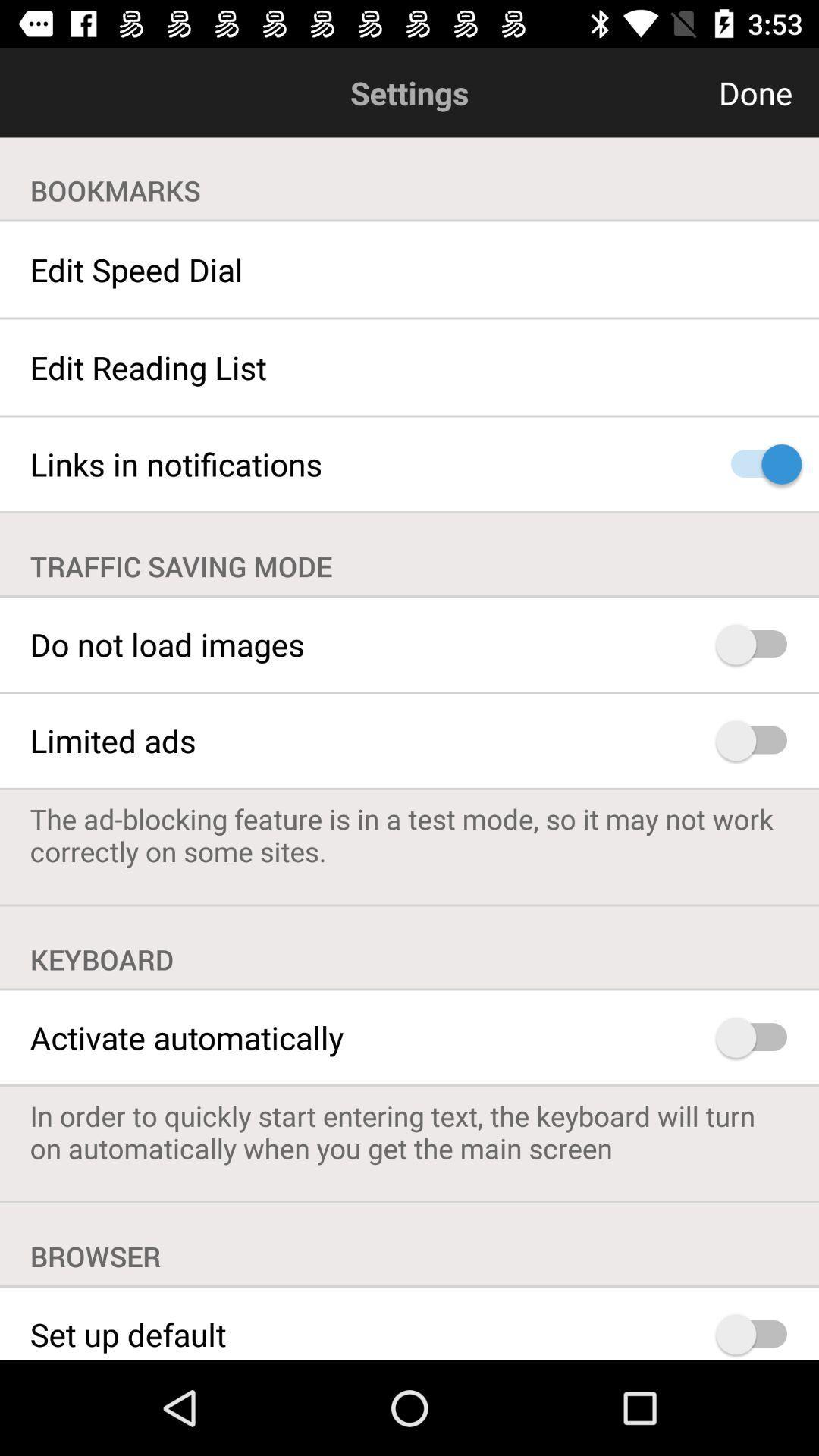 The height and width of the screenshot is (1456, 819). Describe the element at coordinates (758, 463) in the screenshot. I see `switch notifications option` at that location.